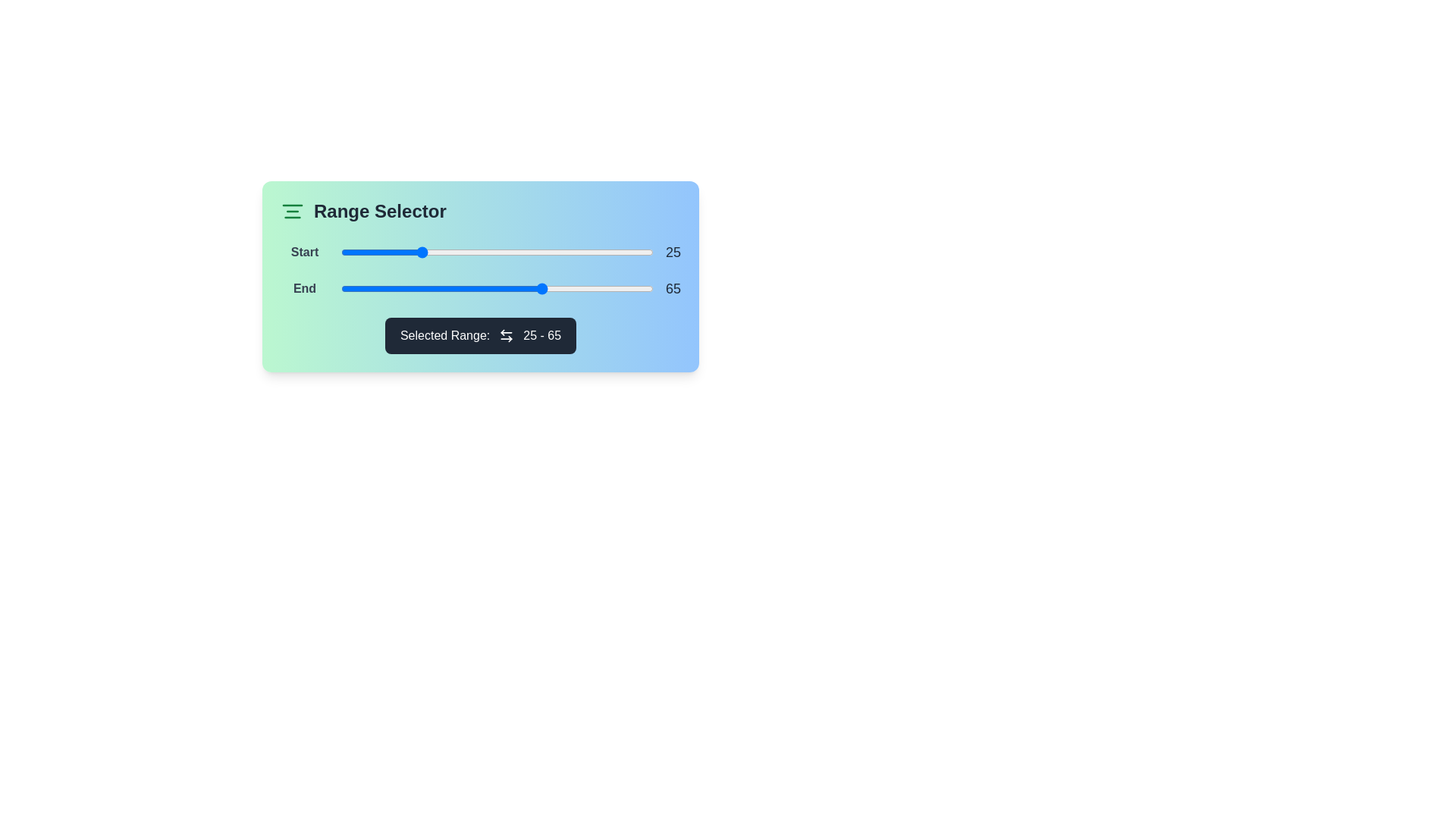 The height and width of the screenshot is (819, 1456). What do you see at coordinates (480, 251) in the screenshot?
I see `the slider to set the value to 45` at bounding box center [480, 251].